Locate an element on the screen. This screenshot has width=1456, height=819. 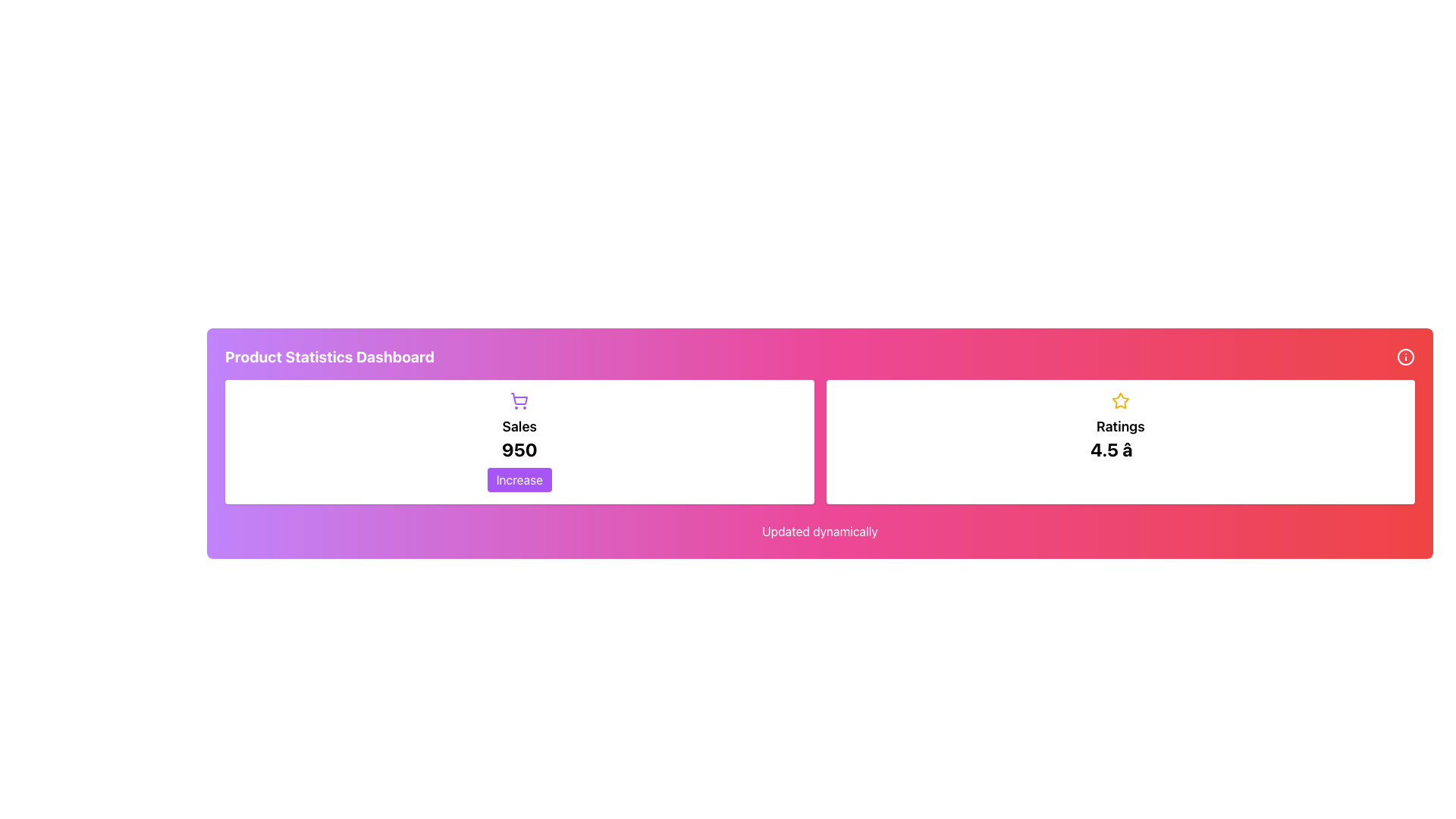
the sales descriptor Text label located centrally within the white card interface, positioned below the shopping cart icon and above the numerical value '950' is located at coordinates (519, 427).